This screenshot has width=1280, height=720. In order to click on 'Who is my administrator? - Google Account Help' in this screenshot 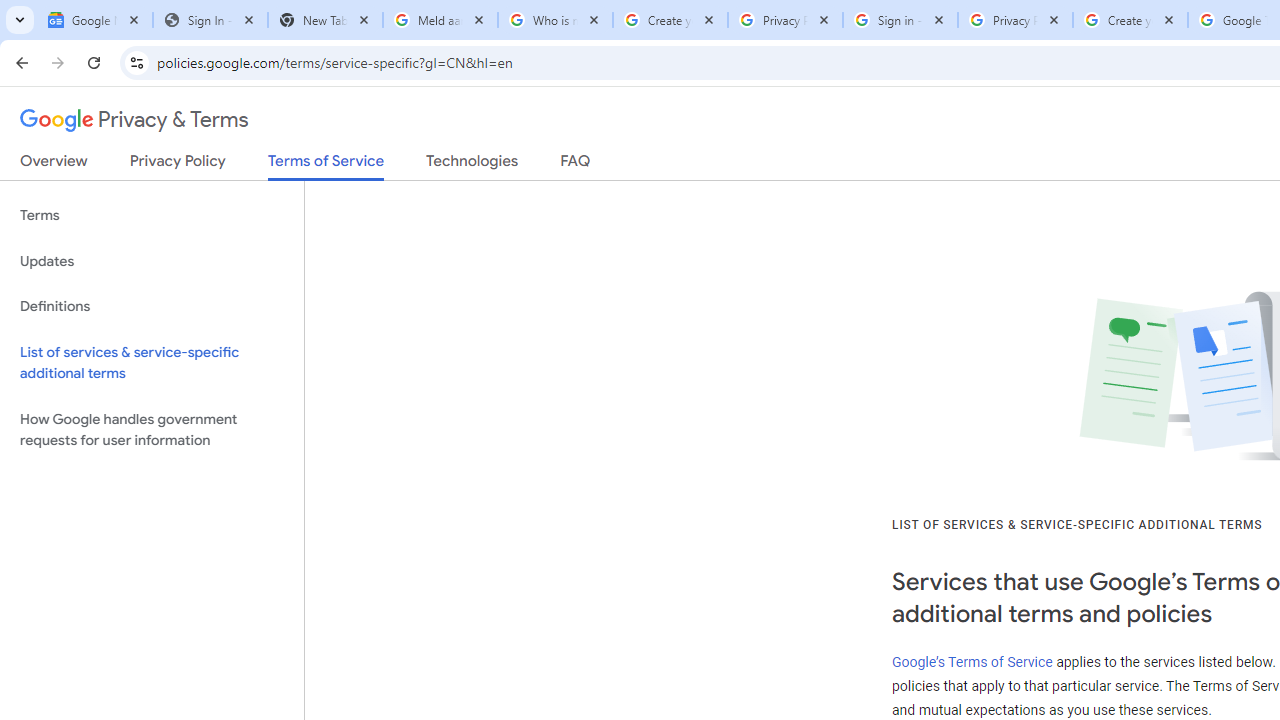, I will do `click(555, 20)`.